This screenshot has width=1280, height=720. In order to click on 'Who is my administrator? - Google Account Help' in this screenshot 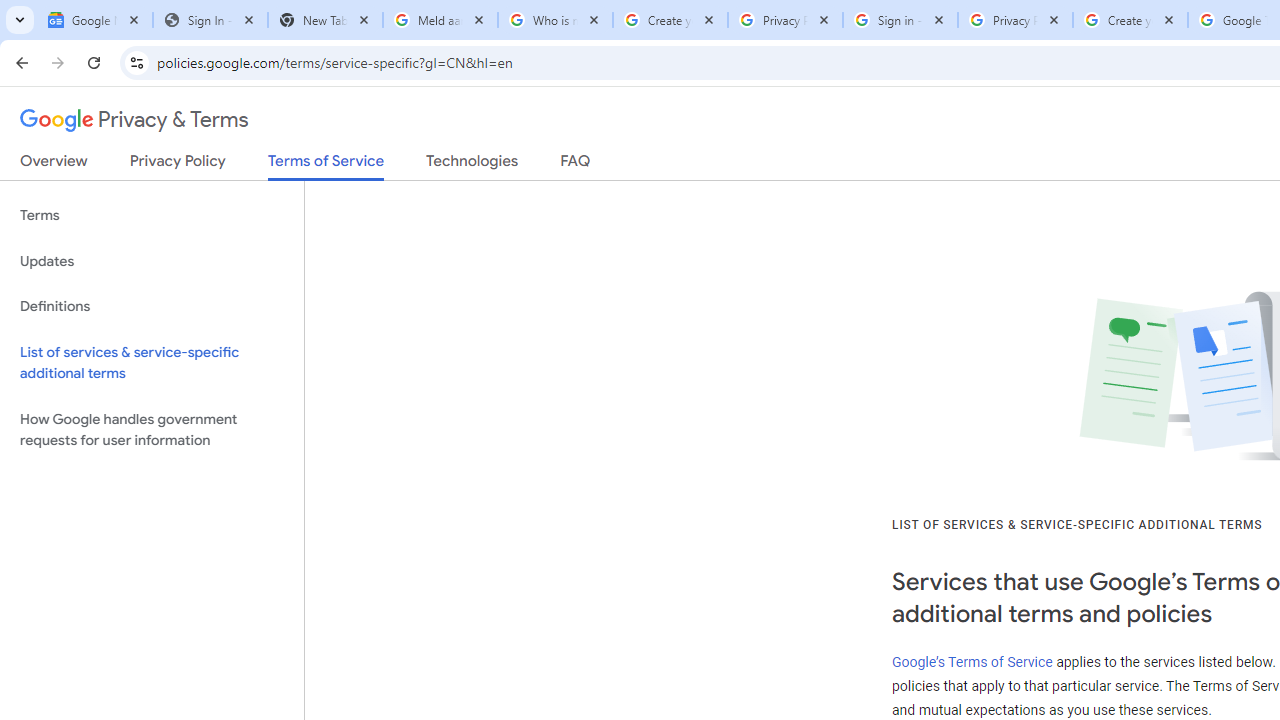, I will do `click(555, 20)`.